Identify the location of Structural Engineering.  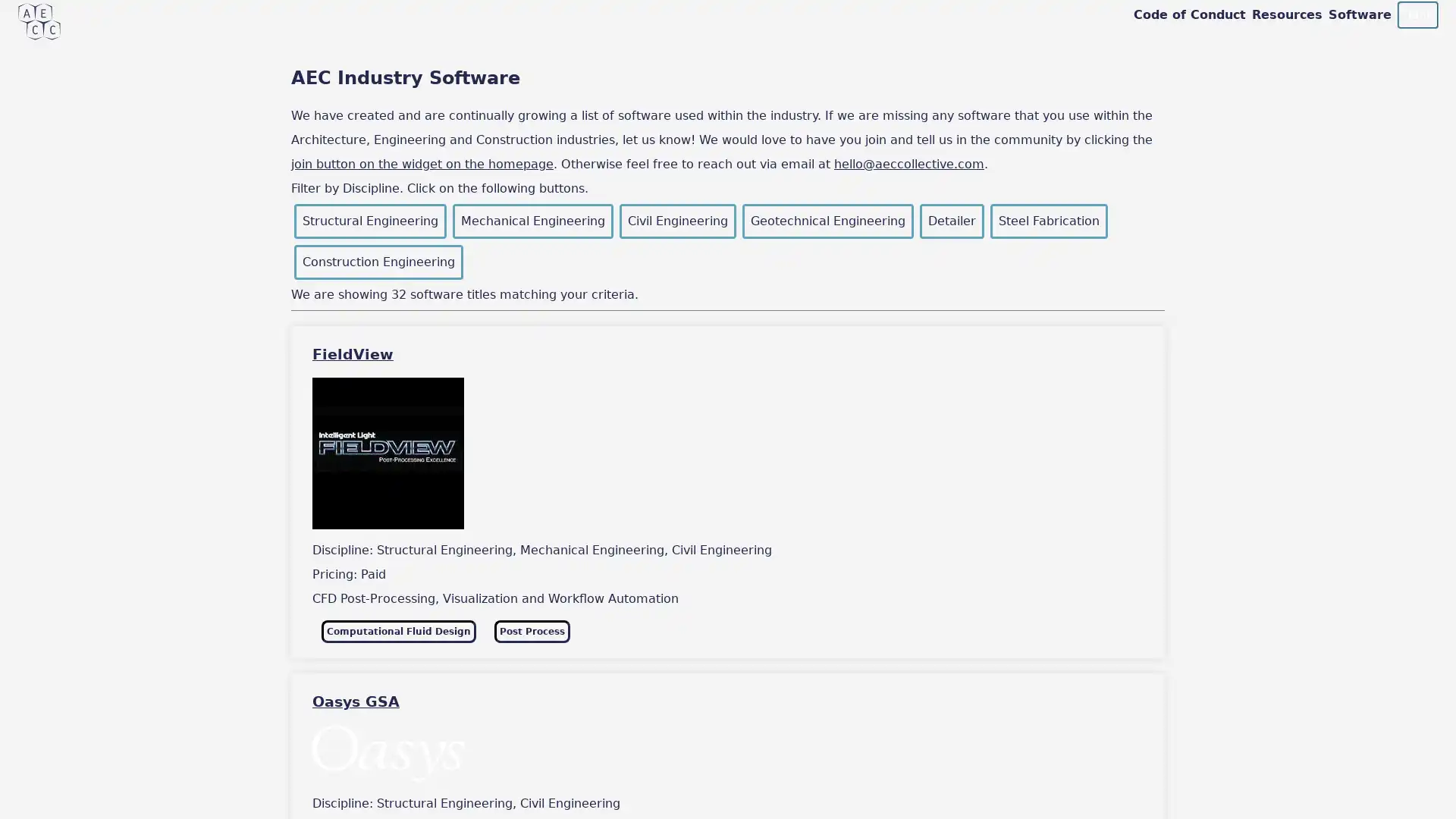
(370, 221).